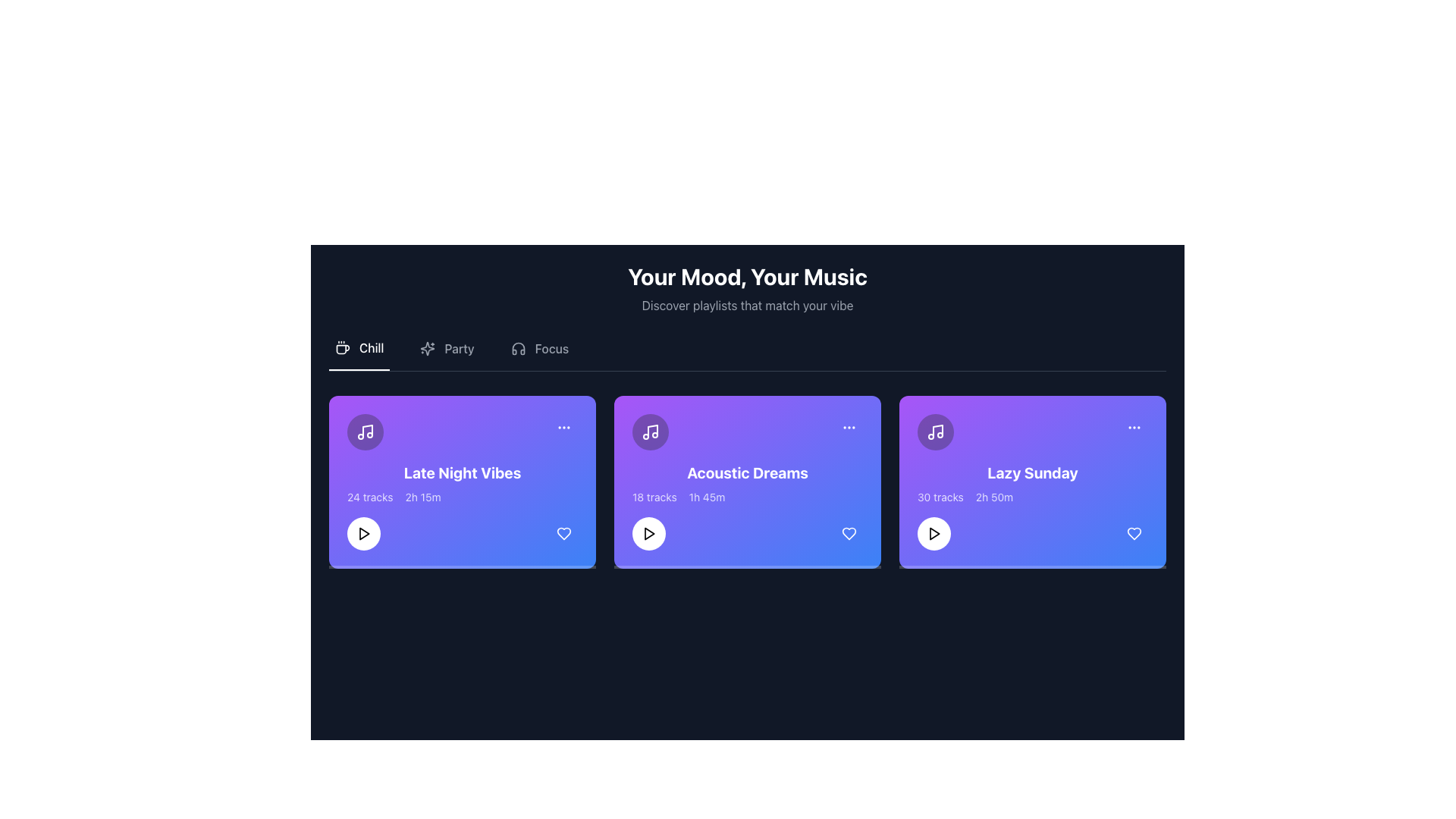 The image size is (1456, 819). What do you see at coordinates (365, 432) in the screenshot?
I see `the music icon located in the top-left corner of the 'Late Night Vibes' card, which serves as a thematic insignia for the playlist` at bounding box center [365, 432].